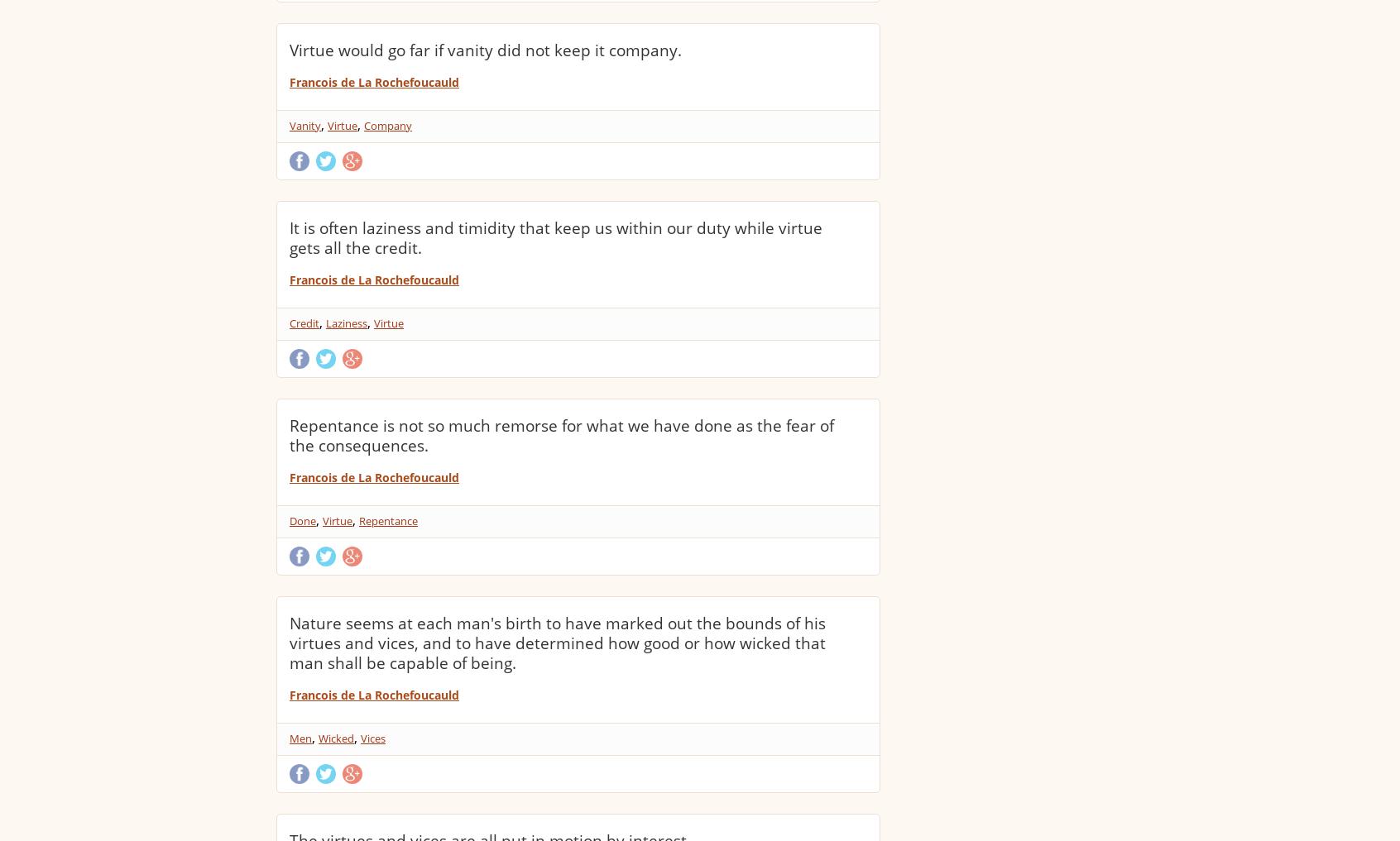  Describe the element at coordinates (556, 237) in the screenshot. I see `'It is often laziness and timidity that keep us within our duty while virtue gets all the credit.'` at that location.